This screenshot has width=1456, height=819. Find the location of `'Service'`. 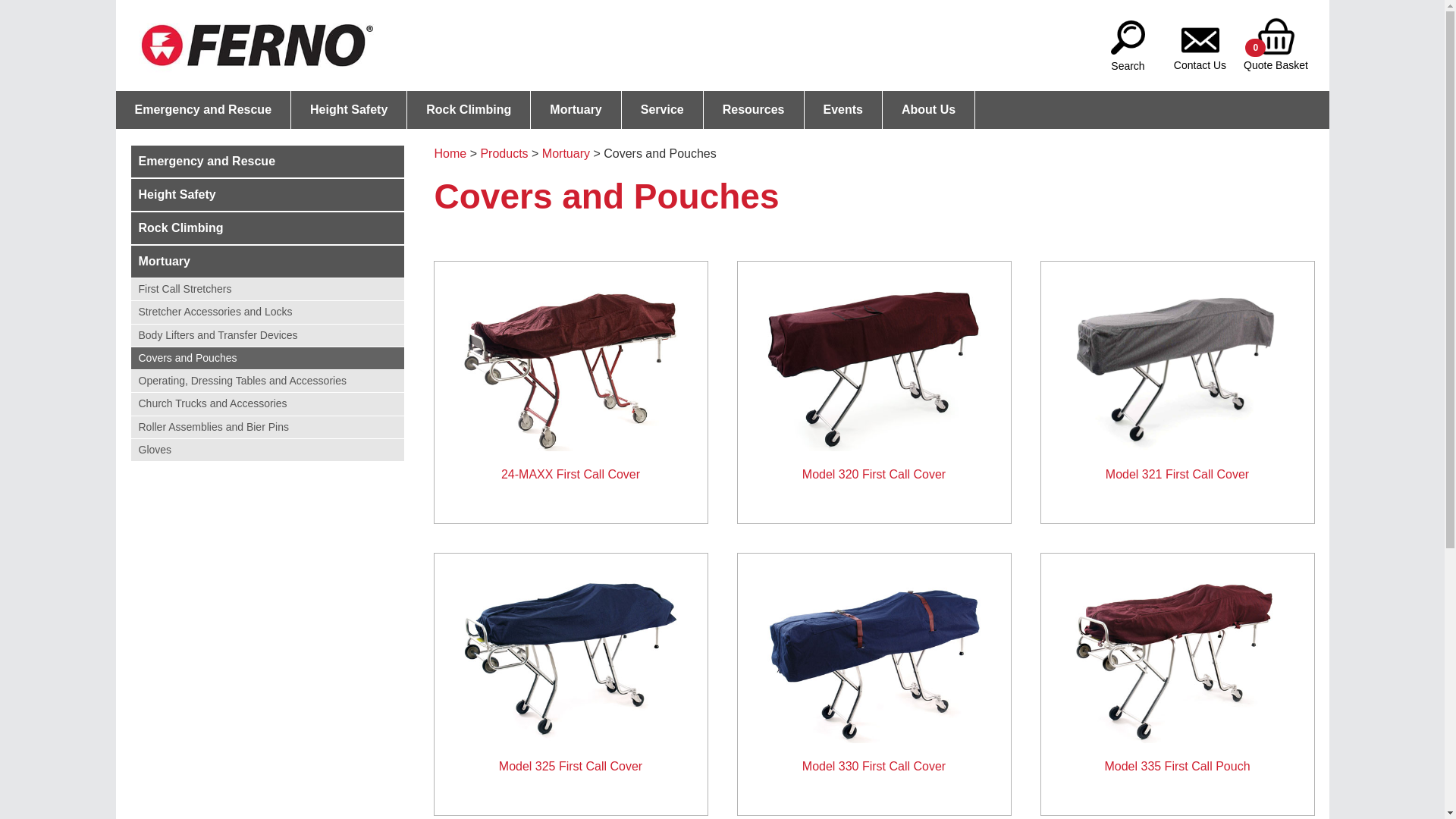

'Service' is located at coordinates (662, 109).